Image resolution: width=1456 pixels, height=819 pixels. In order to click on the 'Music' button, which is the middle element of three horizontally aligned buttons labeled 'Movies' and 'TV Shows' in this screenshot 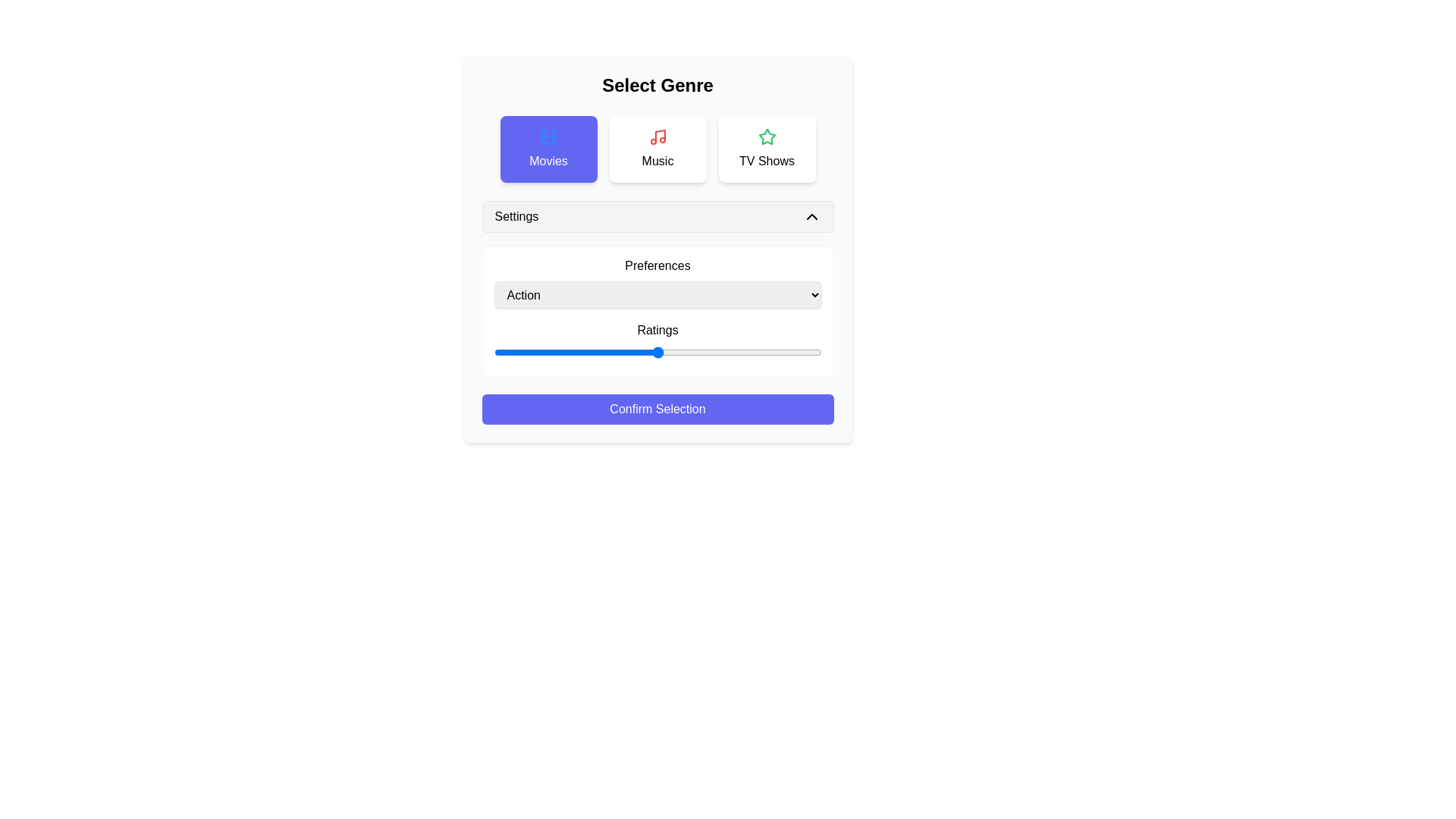, I will do `click(657, 149)`.